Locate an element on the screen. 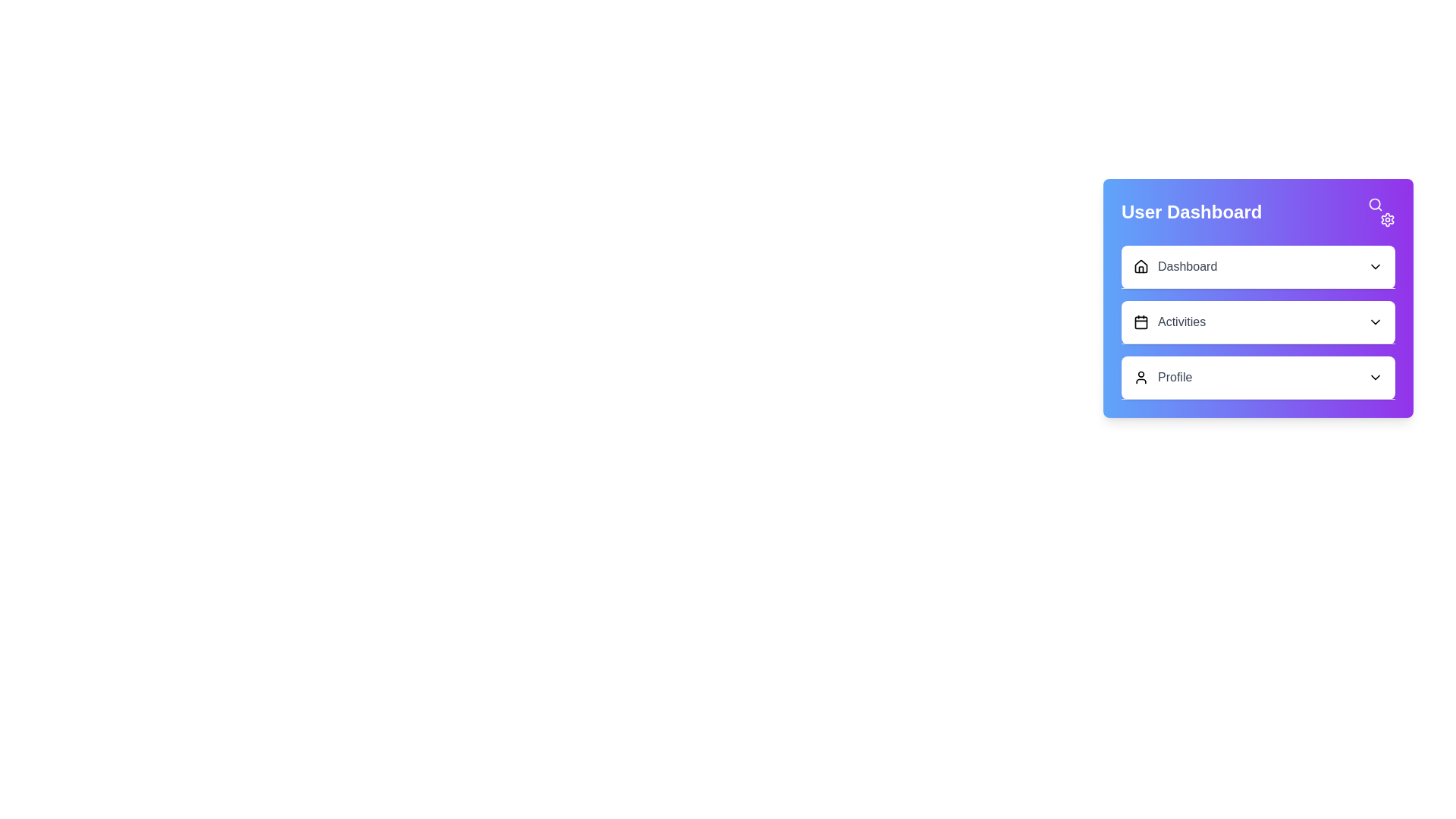 This screenshot has width=1456, height=819. the chevron-down icon of the 'Dashboard' dropdown menu is located at coordinates (1376, 265).